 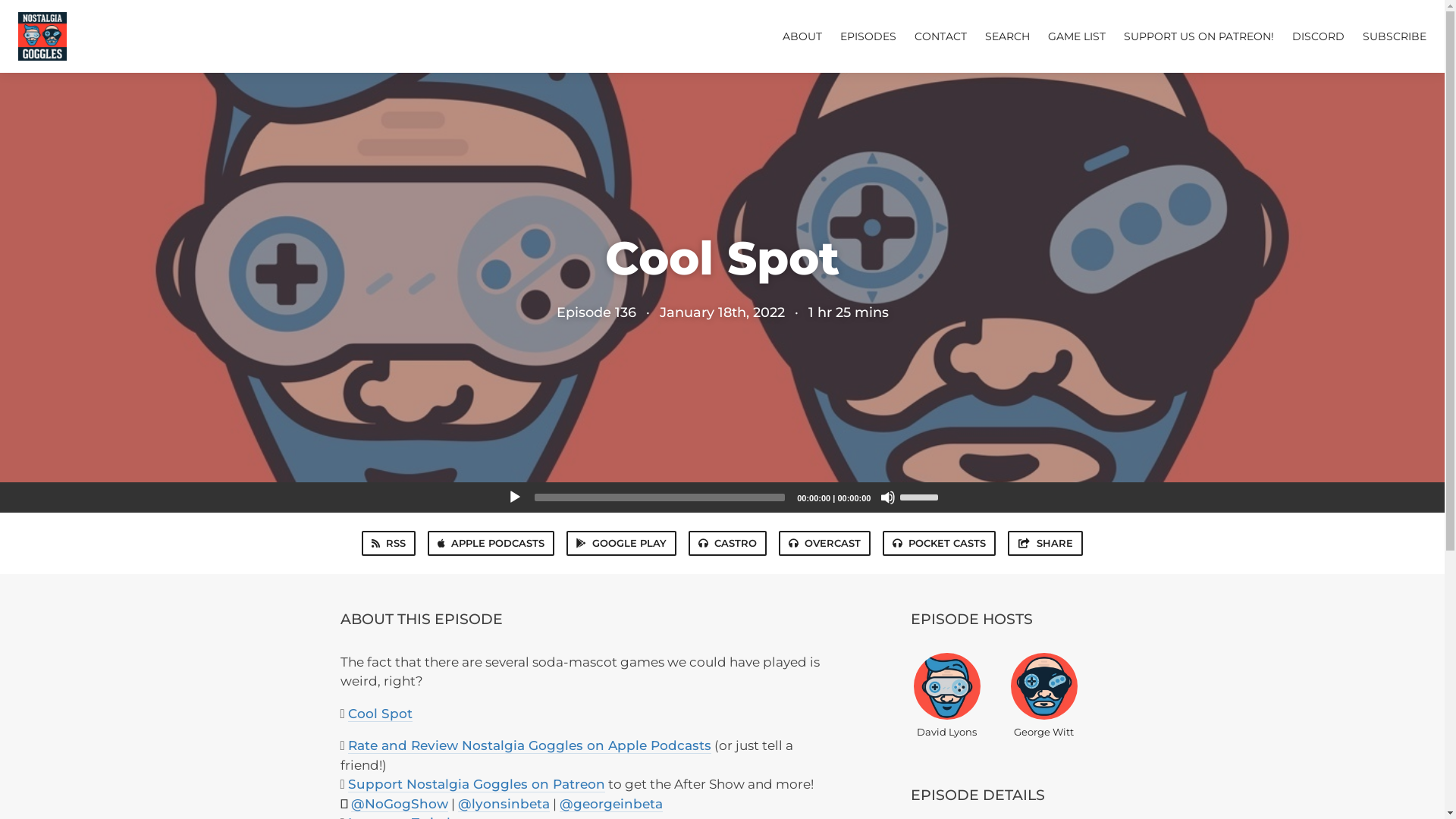 I want to click on '@NoGogShow', so click(x=399, y=803).